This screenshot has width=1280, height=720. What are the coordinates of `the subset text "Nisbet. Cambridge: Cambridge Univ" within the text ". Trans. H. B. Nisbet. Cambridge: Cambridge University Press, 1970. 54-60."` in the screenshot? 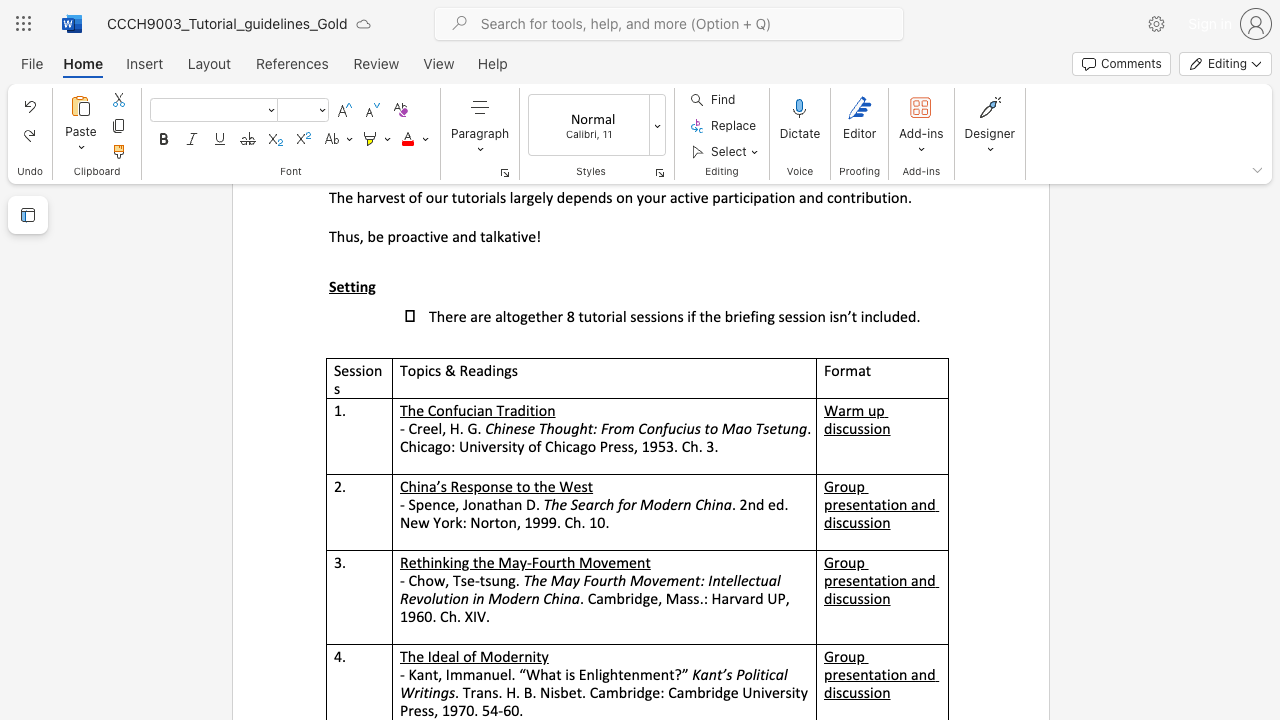 It's located at (540, 691).